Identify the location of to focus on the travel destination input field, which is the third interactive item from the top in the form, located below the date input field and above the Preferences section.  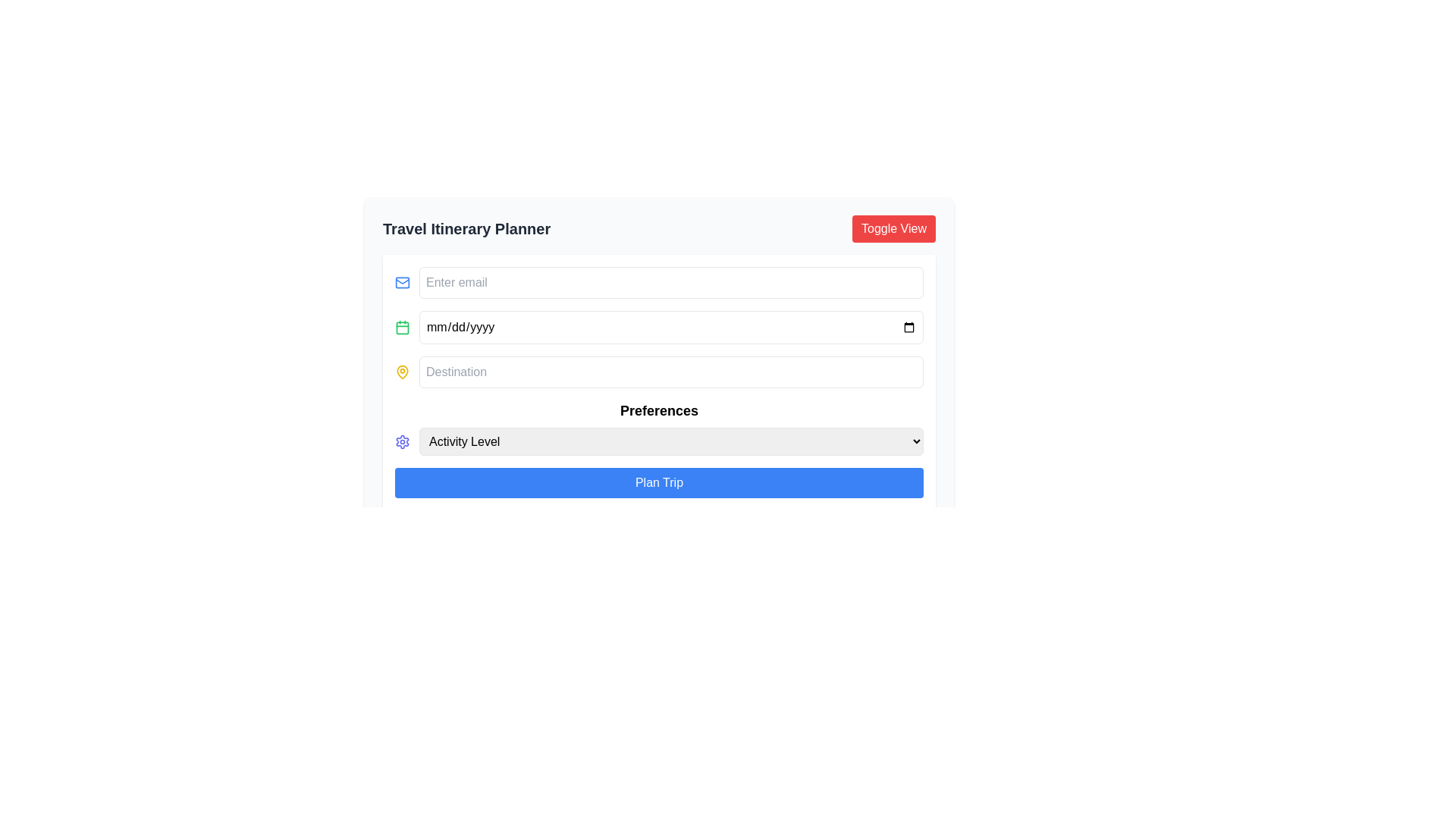
(659, 372).